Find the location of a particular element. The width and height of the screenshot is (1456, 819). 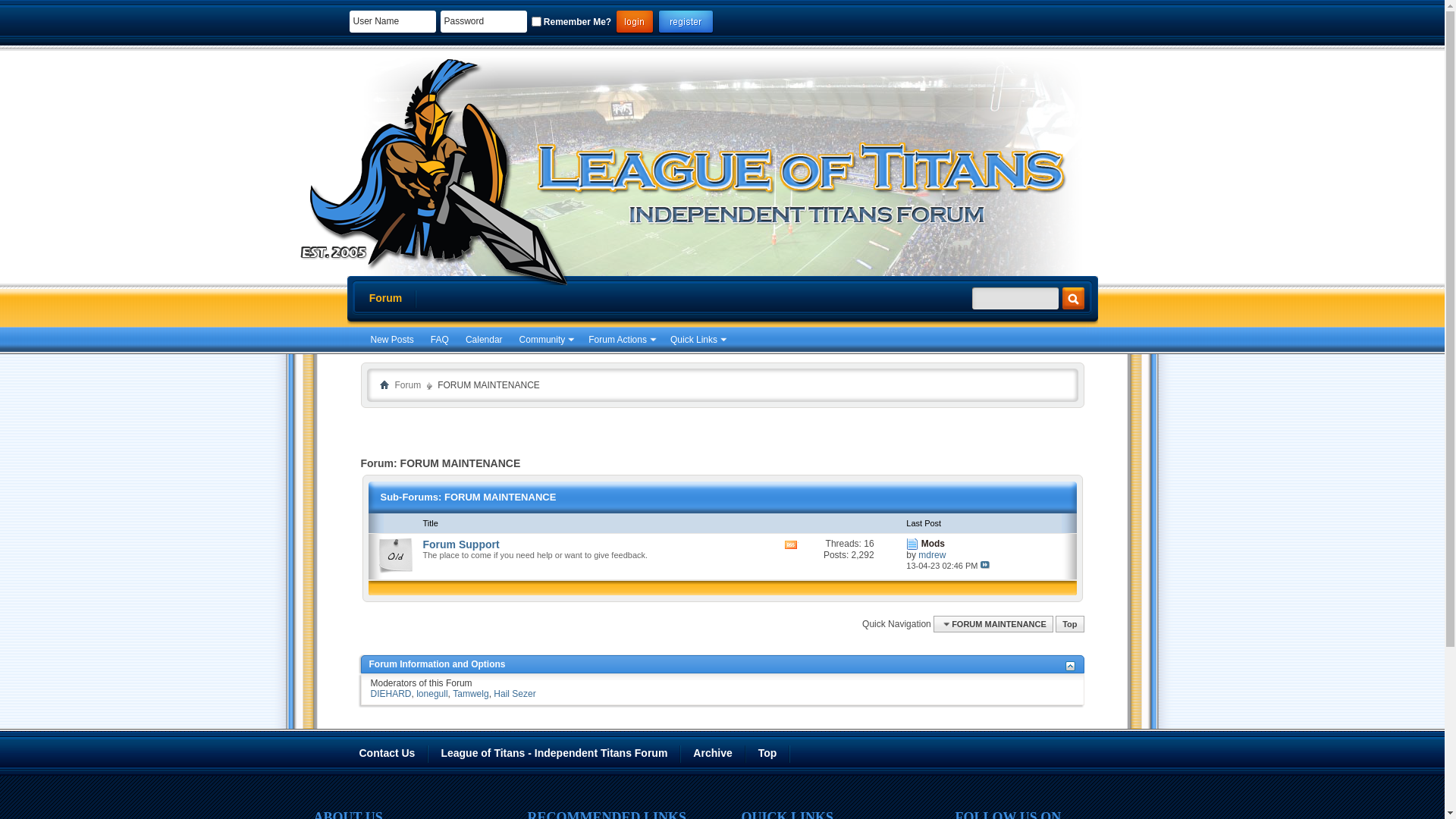

'Forum Support' is located at coordinates (460, 543).